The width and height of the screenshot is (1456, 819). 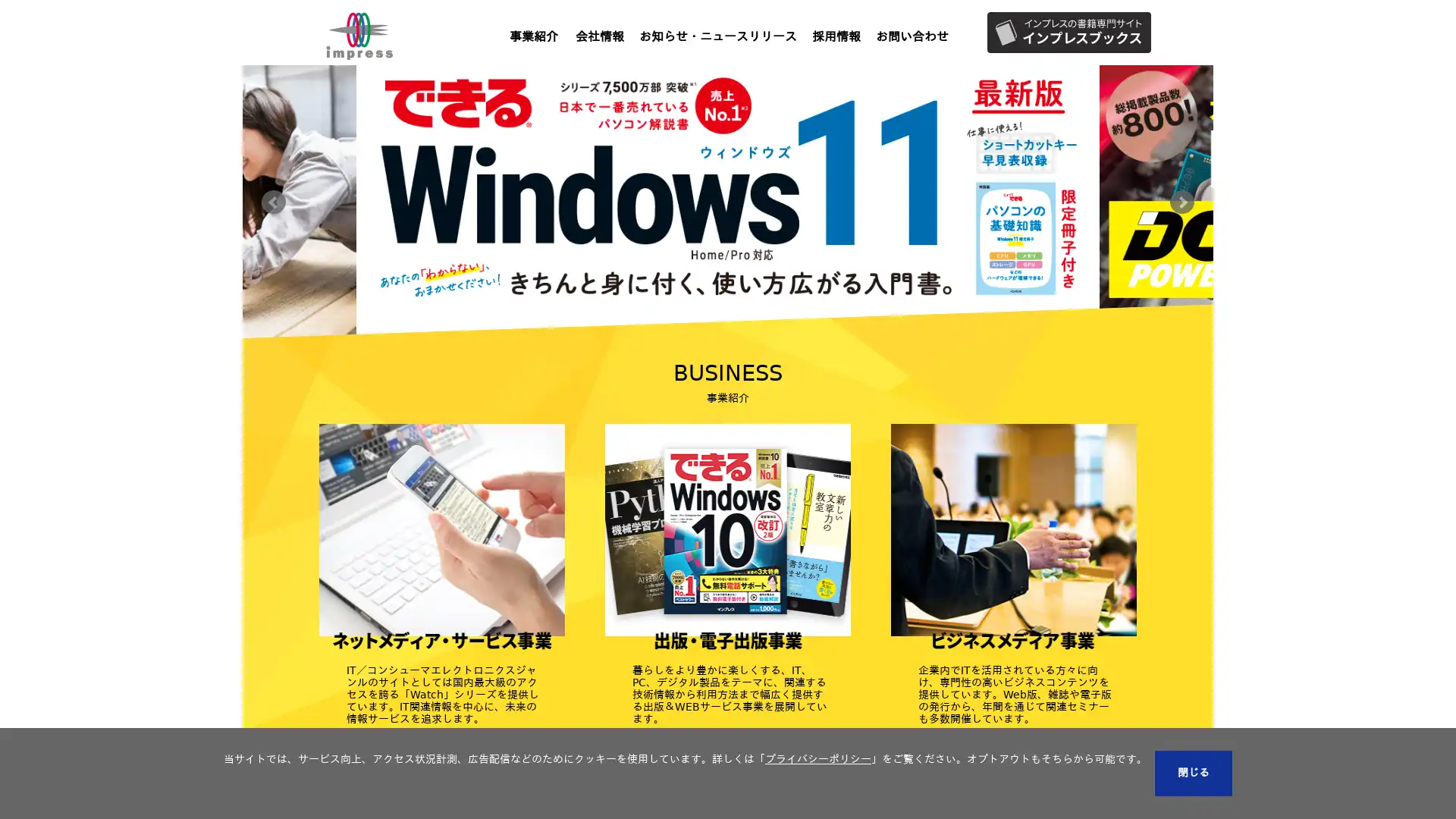 I want to click on a 4, so click(x=750, y=350).